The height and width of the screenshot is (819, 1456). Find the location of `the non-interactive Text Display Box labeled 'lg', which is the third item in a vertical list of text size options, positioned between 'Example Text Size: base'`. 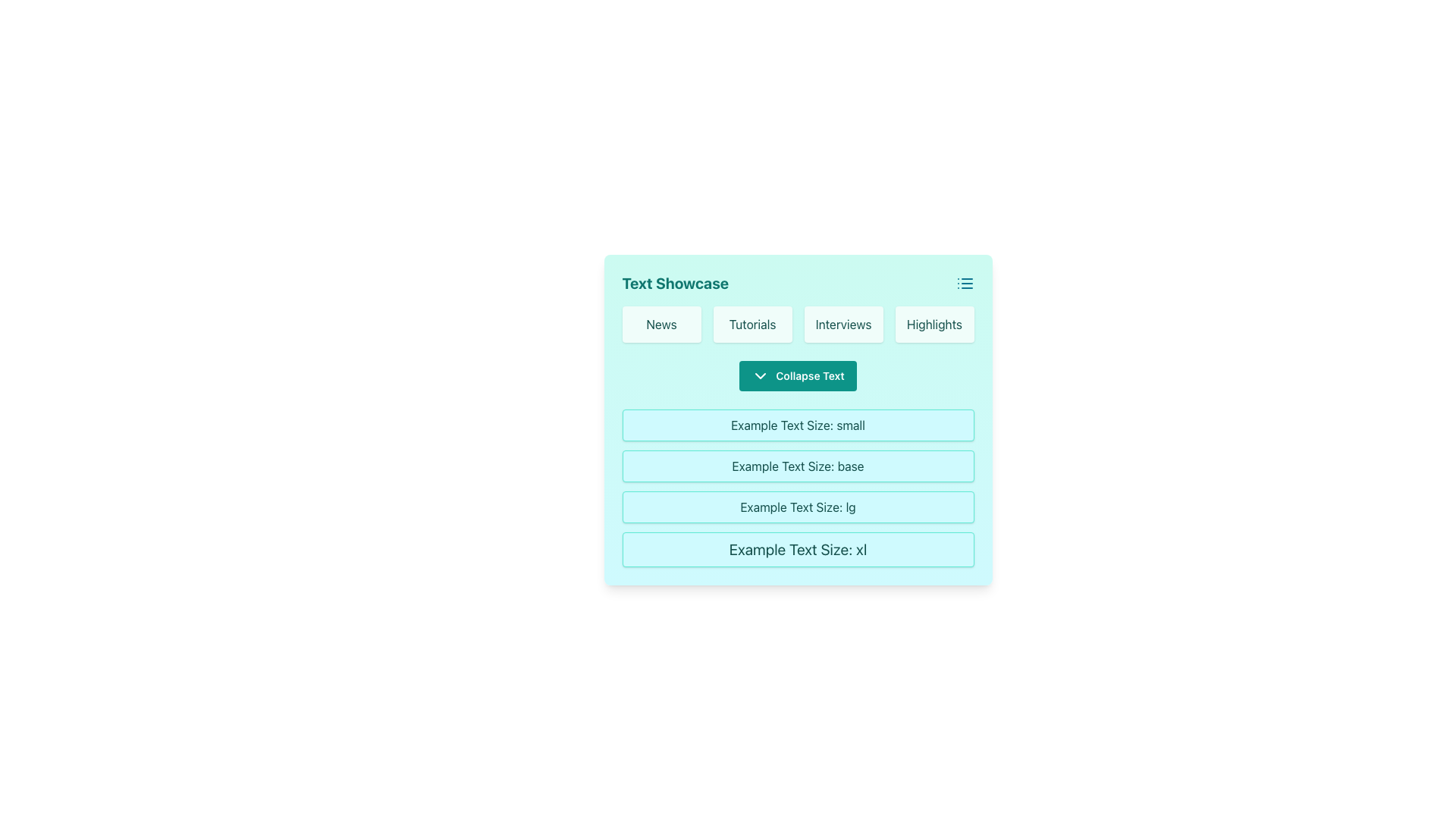

the non-interactive Text Display Box labeled 'lg', which is the third item in a vertical list of text size options, positioned between 'Example Text Size: base' is located at coordinates (797, 507).